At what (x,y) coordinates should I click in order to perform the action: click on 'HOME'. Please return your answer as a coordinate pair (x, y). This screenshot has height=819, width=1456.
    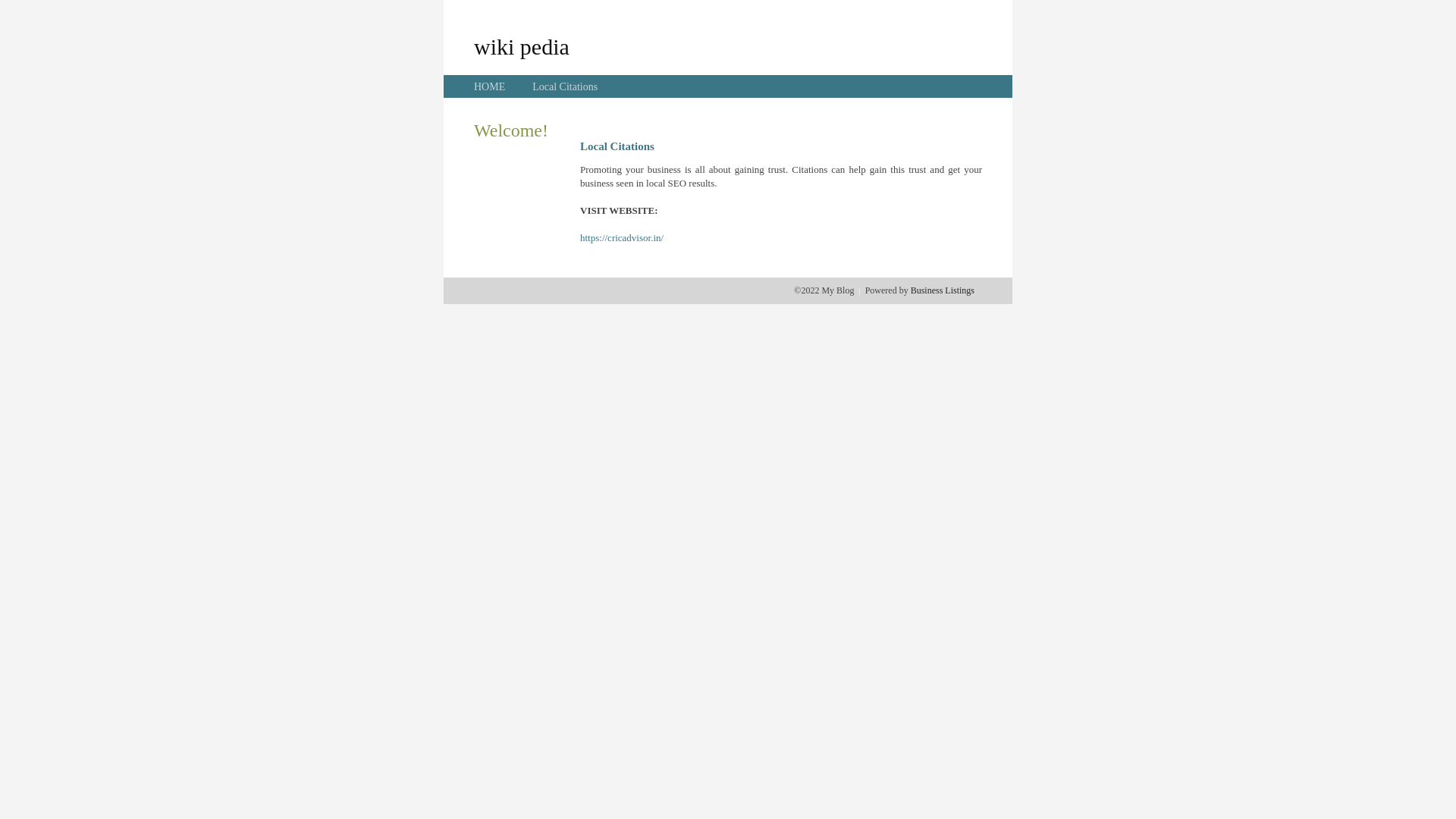
    Looking at the image, I should click on (472, 86).